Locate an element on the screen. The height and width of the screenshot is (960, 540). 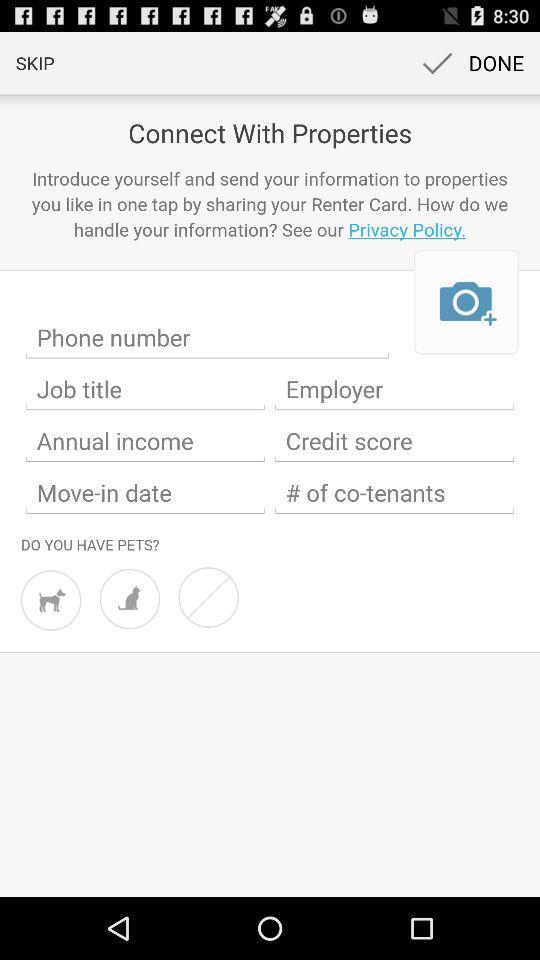
no pets is located at coordinates (207, 597).